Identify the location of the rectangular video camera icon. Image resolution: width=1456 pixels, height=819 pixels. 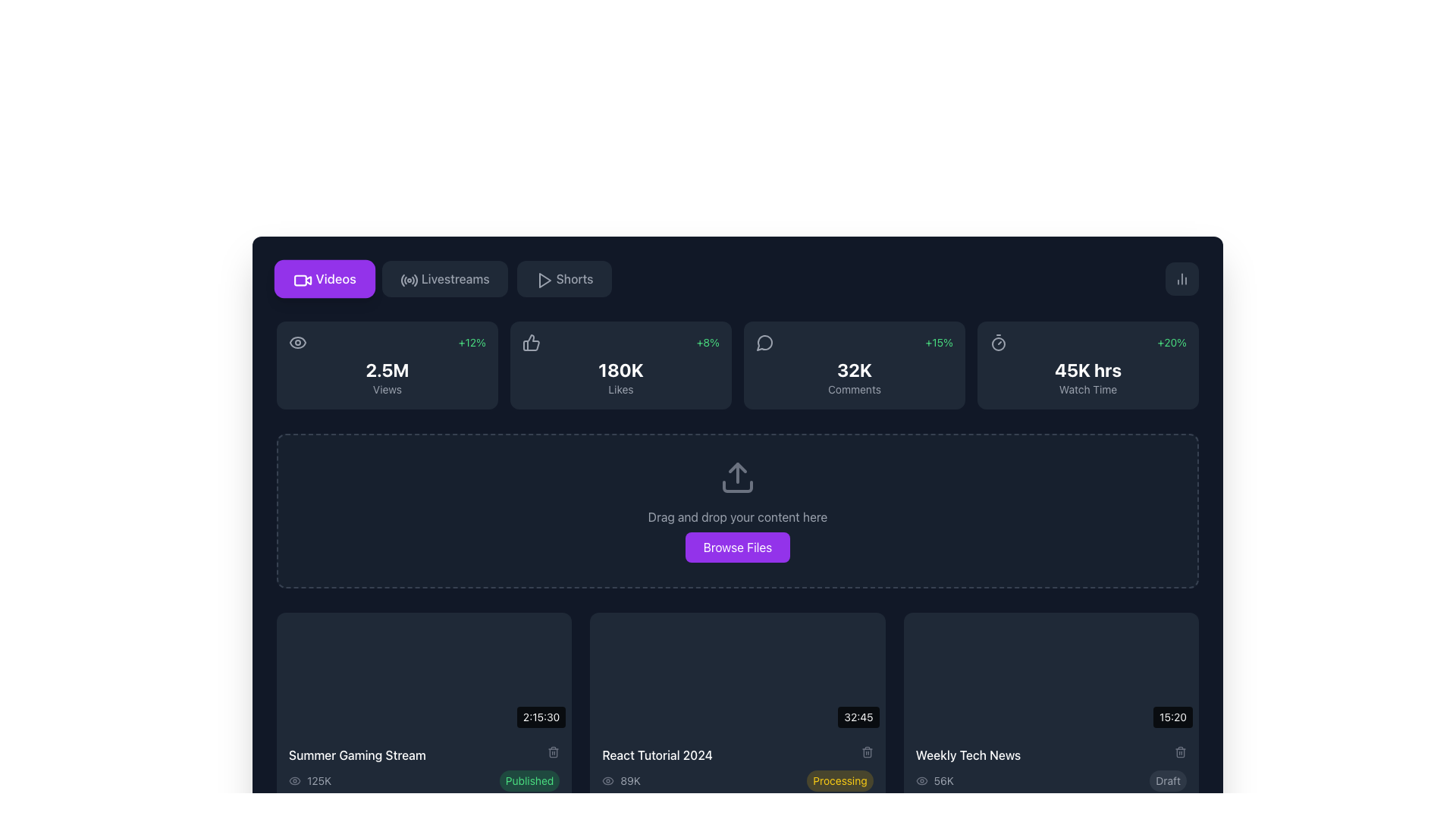
(301, 278).